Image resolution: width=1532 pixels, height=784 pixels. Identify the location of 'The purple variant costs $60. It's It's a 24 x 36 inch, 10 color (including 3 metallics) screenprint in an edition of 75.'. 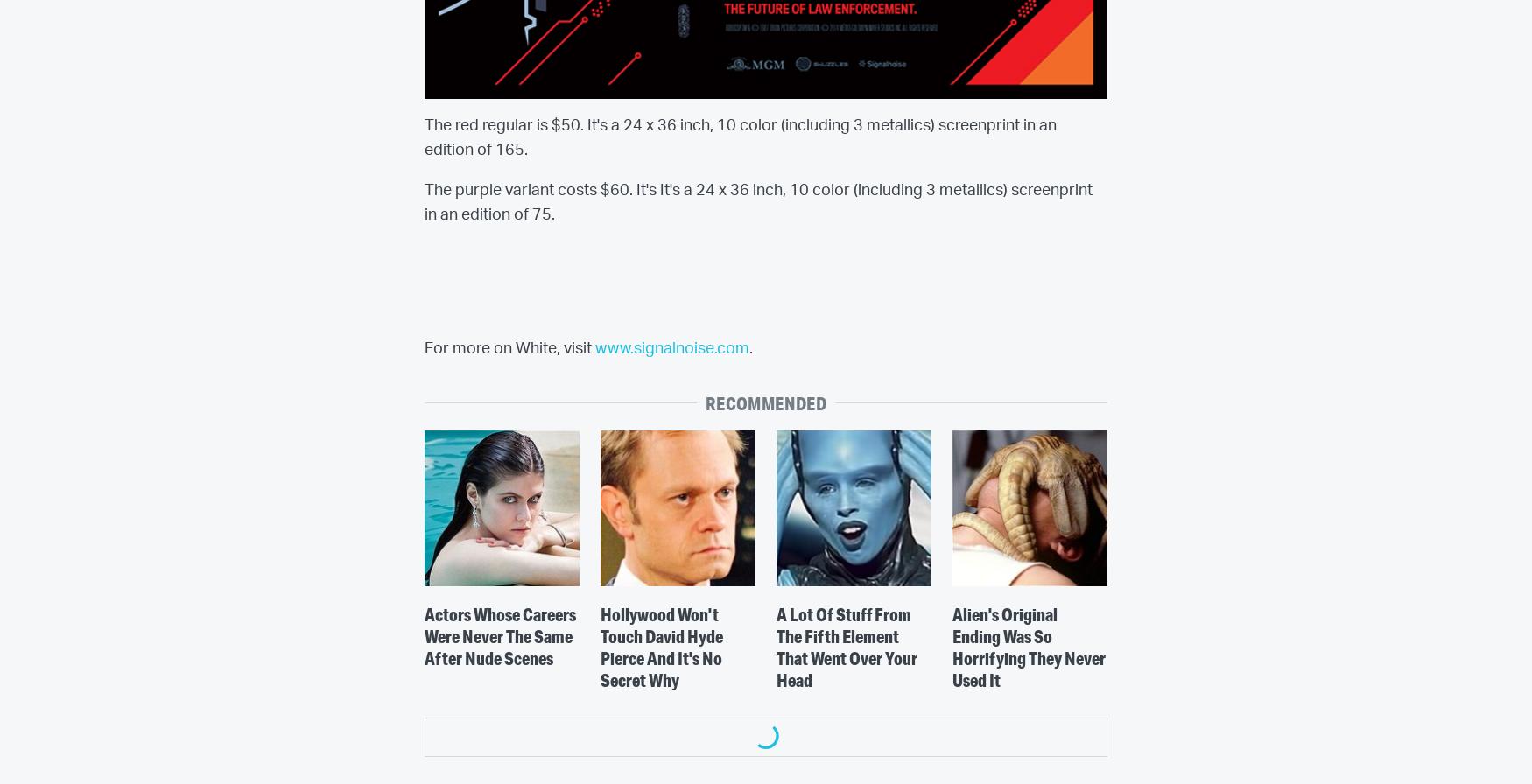
(758, 202).